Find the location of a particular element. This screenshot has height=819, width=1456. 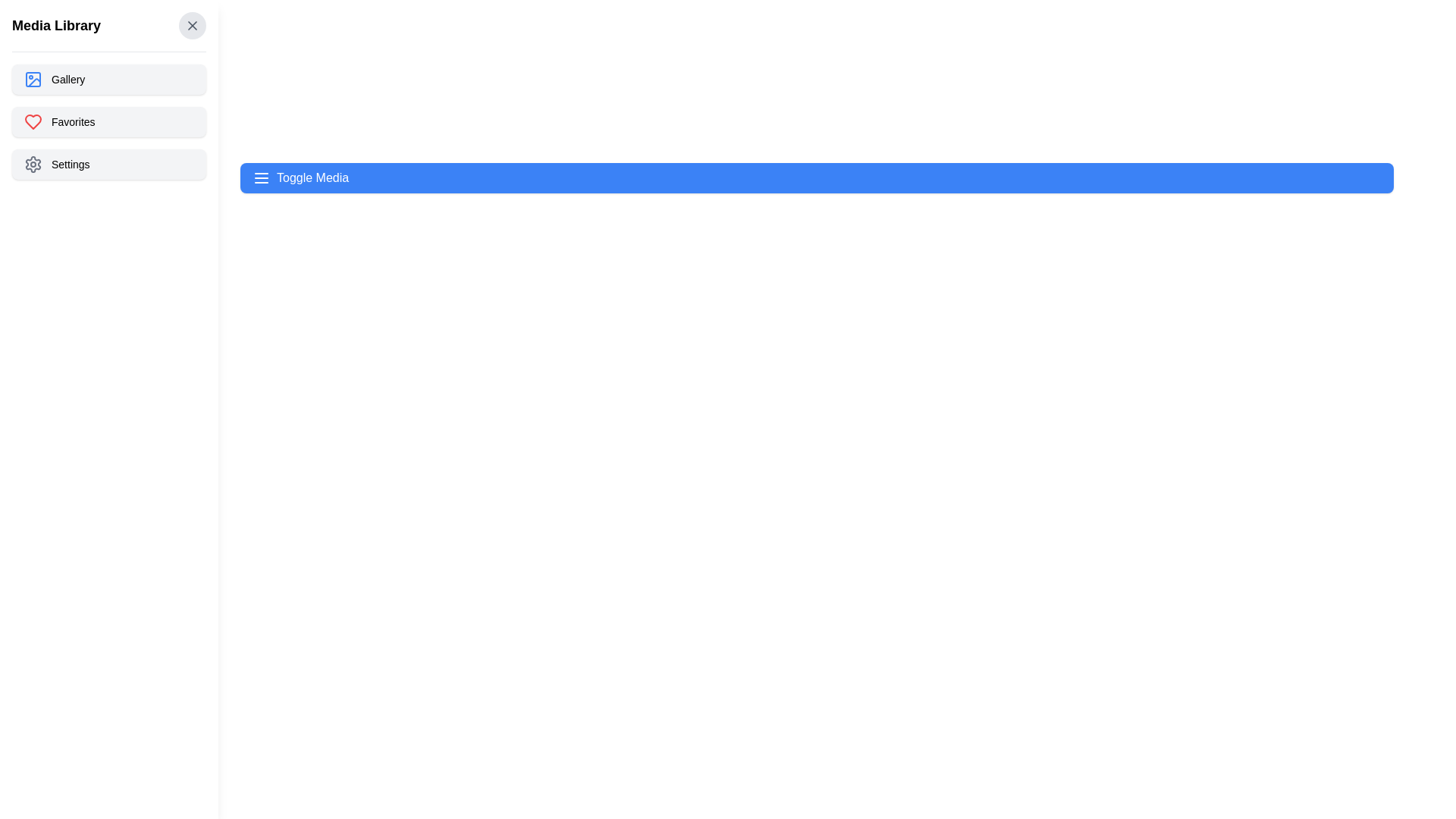

the close button in the top-right corner of the media drawer is located at coordinates (192, 26).